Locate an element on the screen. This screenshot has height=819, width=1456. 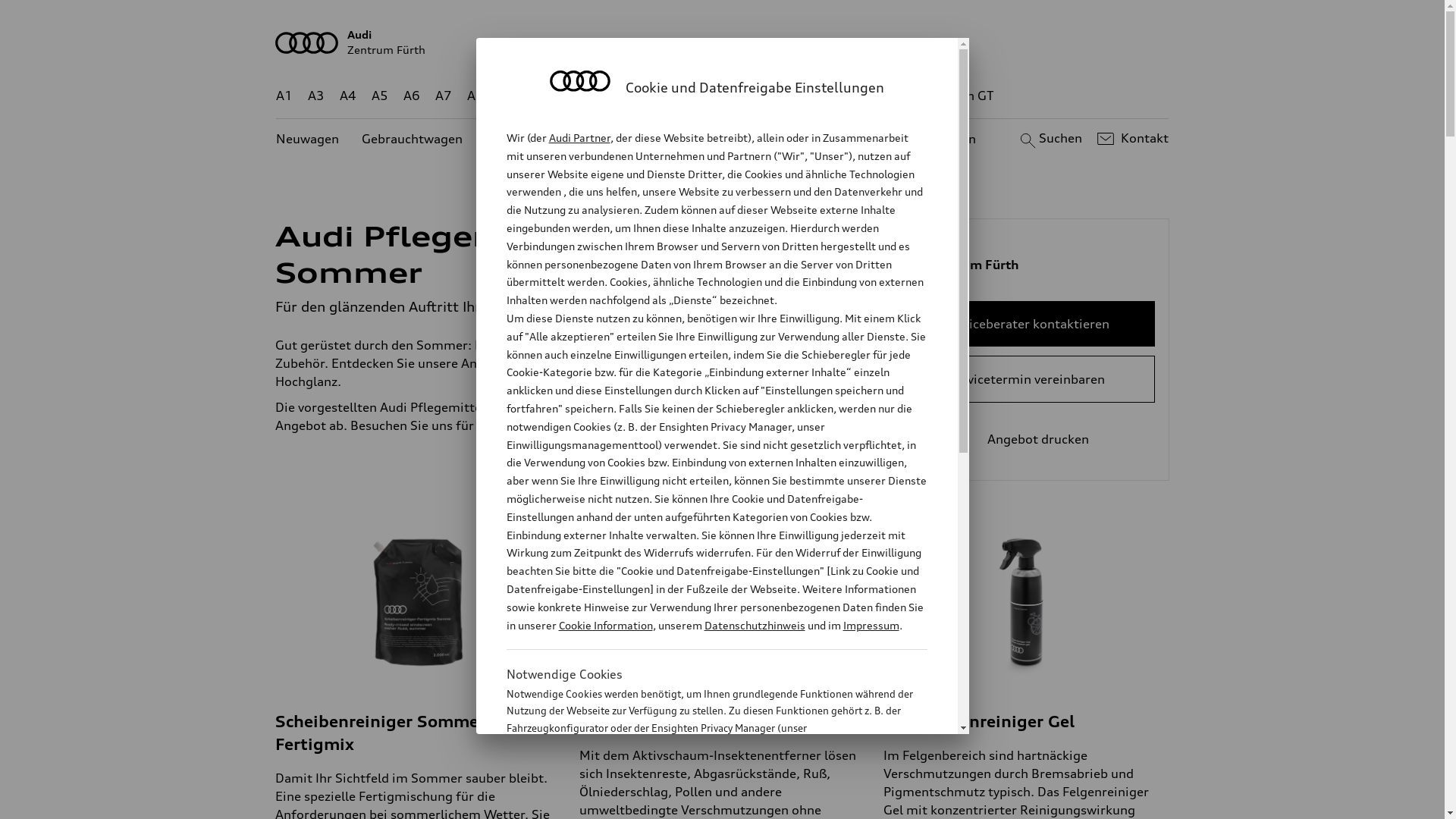
'Q5' is located at coordinates (645, 96).